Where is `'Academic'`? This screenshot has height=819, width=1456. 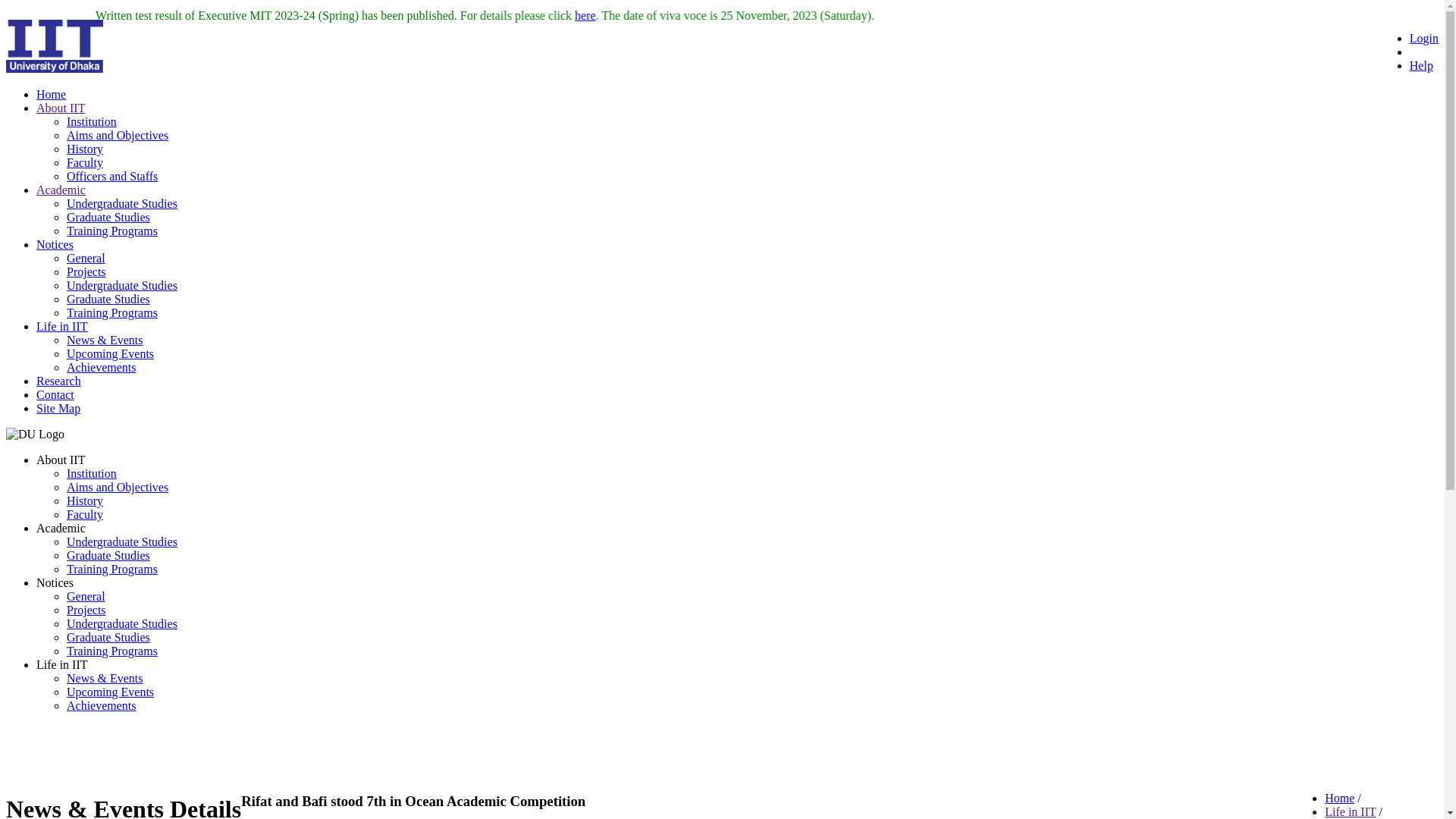
'Academic' is located at coordinates (61, 189).